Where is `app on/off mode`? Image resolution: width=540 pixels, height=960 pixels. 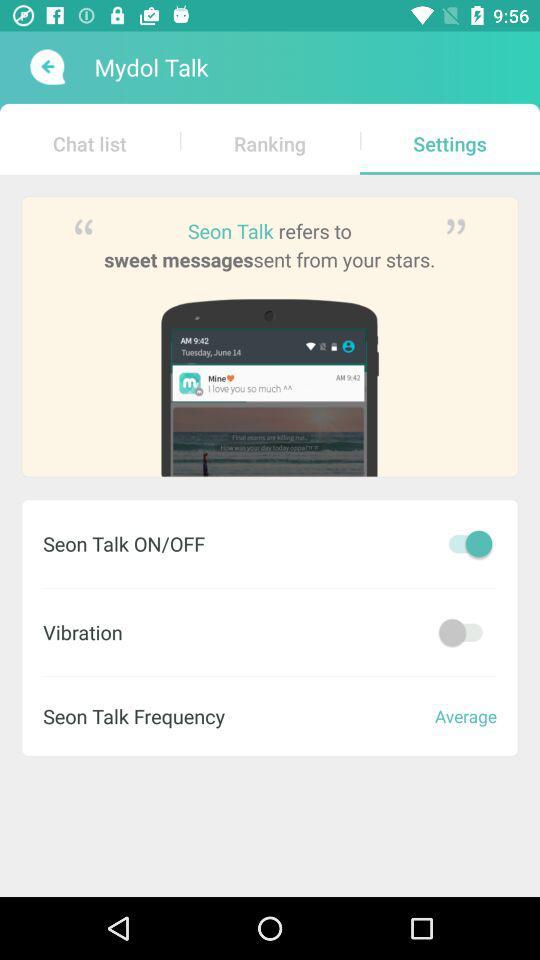
app on/off mode is located at coordinates (465, 631).